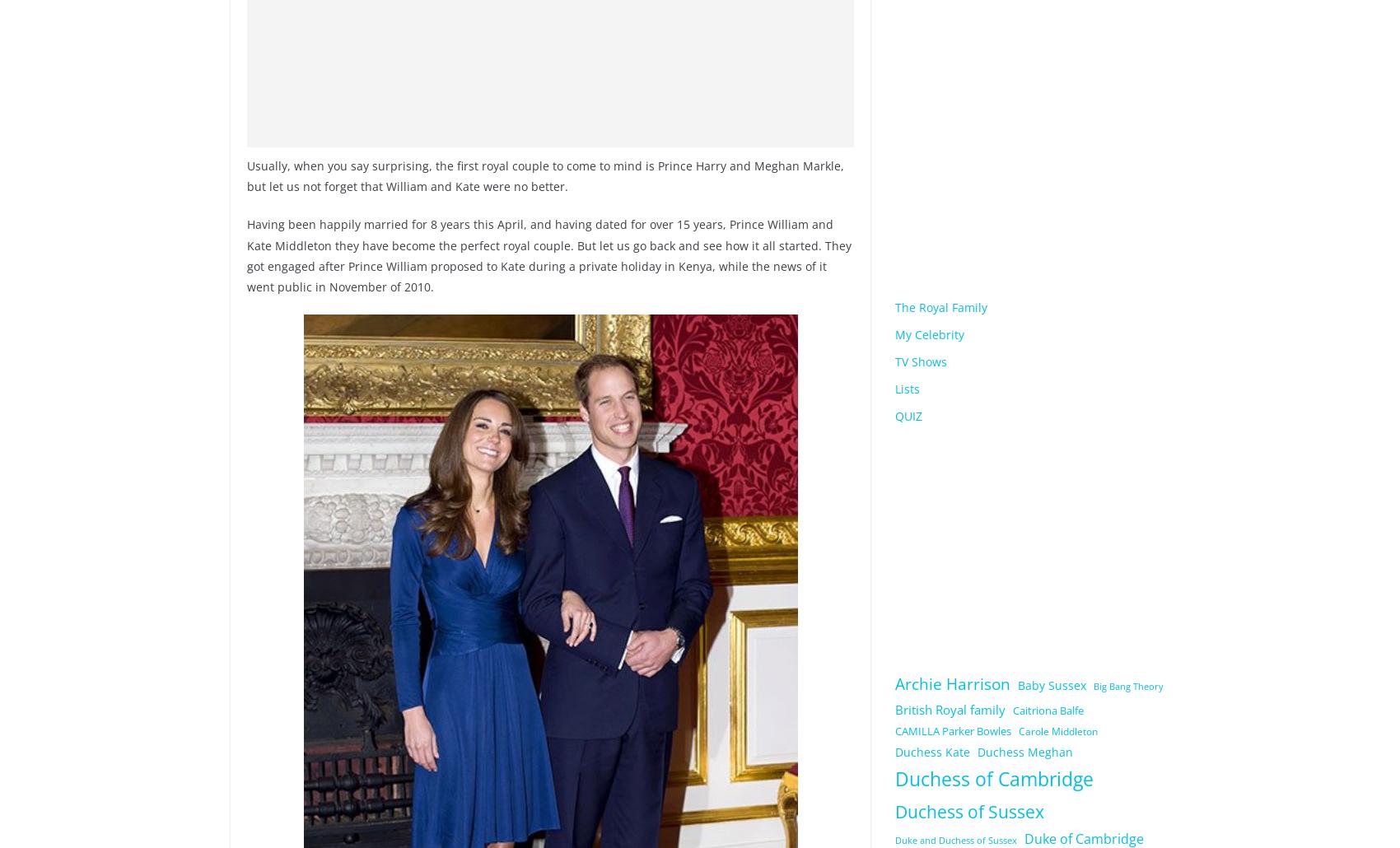 The height and width of the screenshot is (848, 1400). Describe the element at coordinates (1128, 684) in the screenshot. I see `'Big Bang Theory'` at that location.